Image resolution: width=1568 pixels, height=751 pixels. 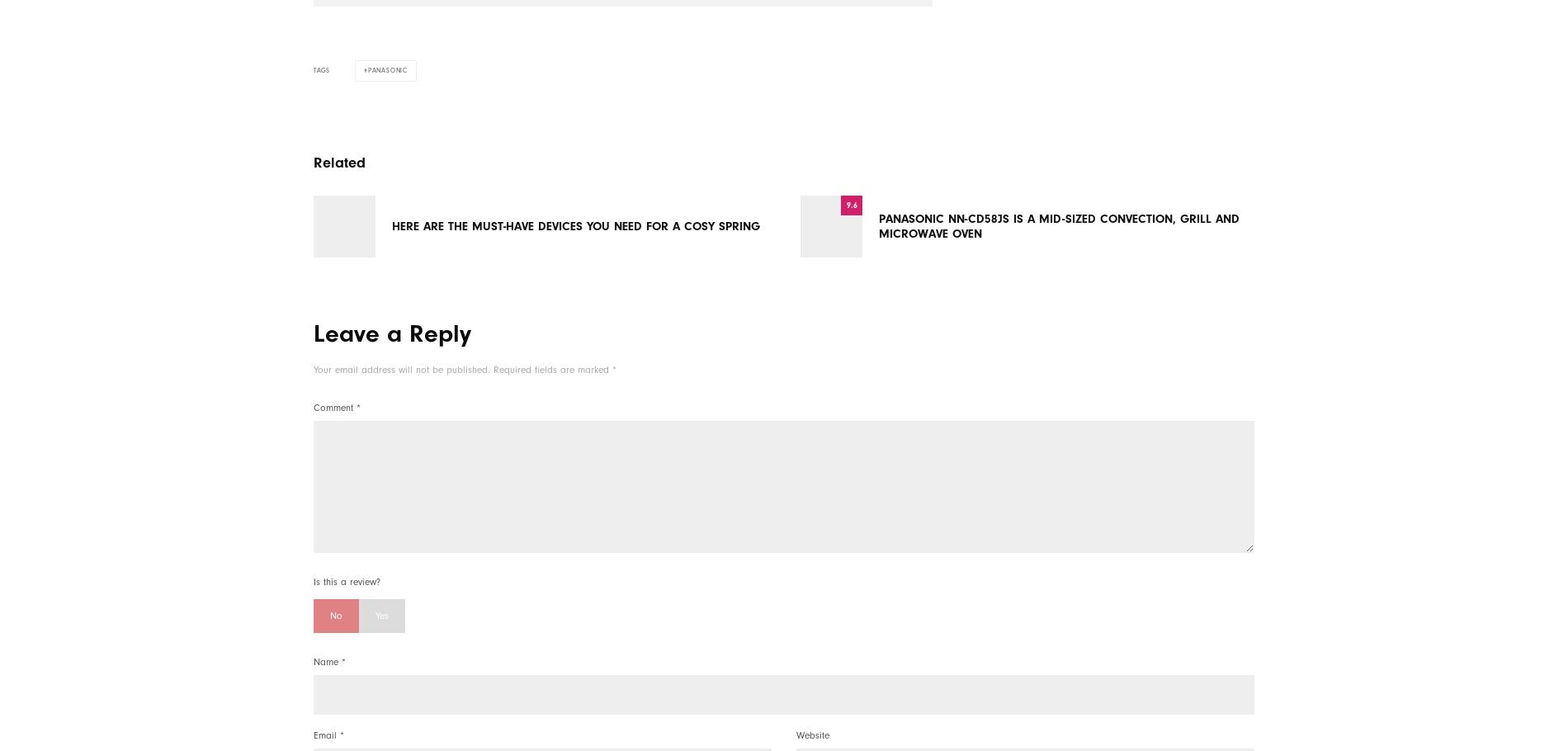 I want to click on 'Is this a review?', so click(x=346, y=581).